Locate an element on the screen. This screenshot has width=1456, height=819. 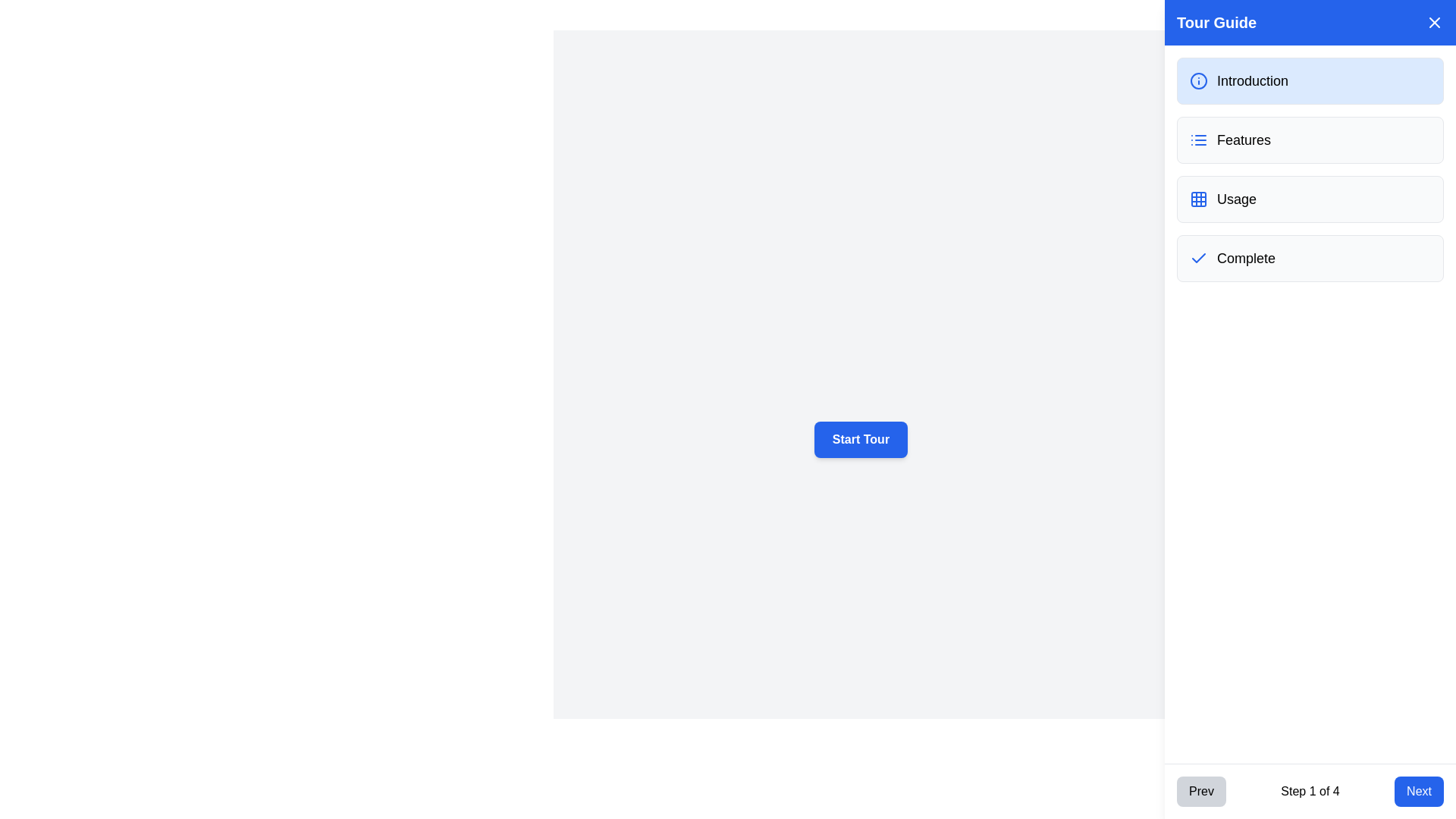
the small blue icon resembling a list, which consists of three horizontal lines, located in the 'Features' section of the right side panel labeled 'Tour Guide', preceding the text label 'Features' is located at coordinates (1197, 140).